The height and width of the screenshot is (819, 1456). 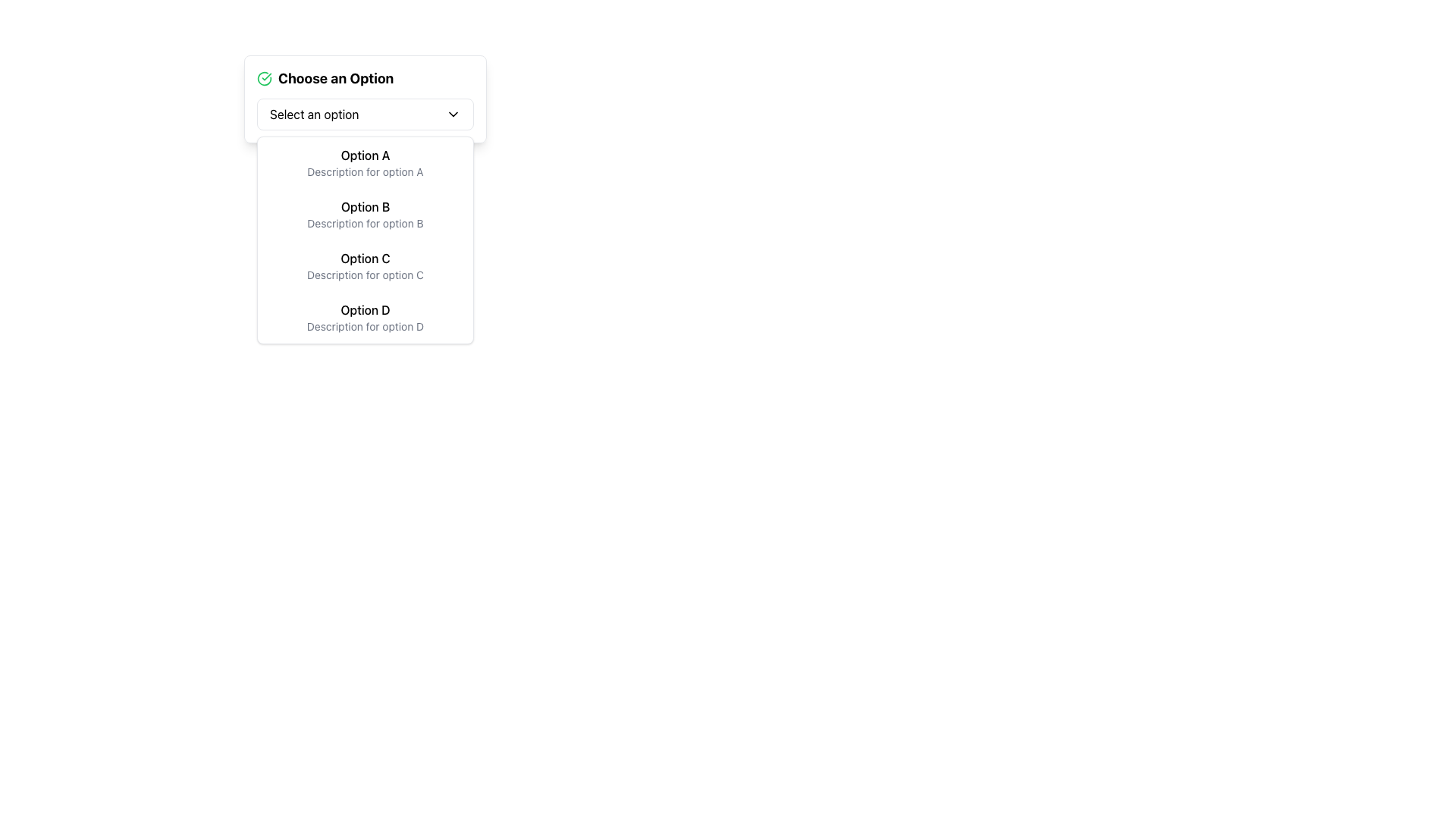 What do you see at coordinates (365, 214) in the screenshot?
I see `the second item in the dropdown menu list, positioned below 'Option A' and above 'Option C'` at bounding box center [365, 214].